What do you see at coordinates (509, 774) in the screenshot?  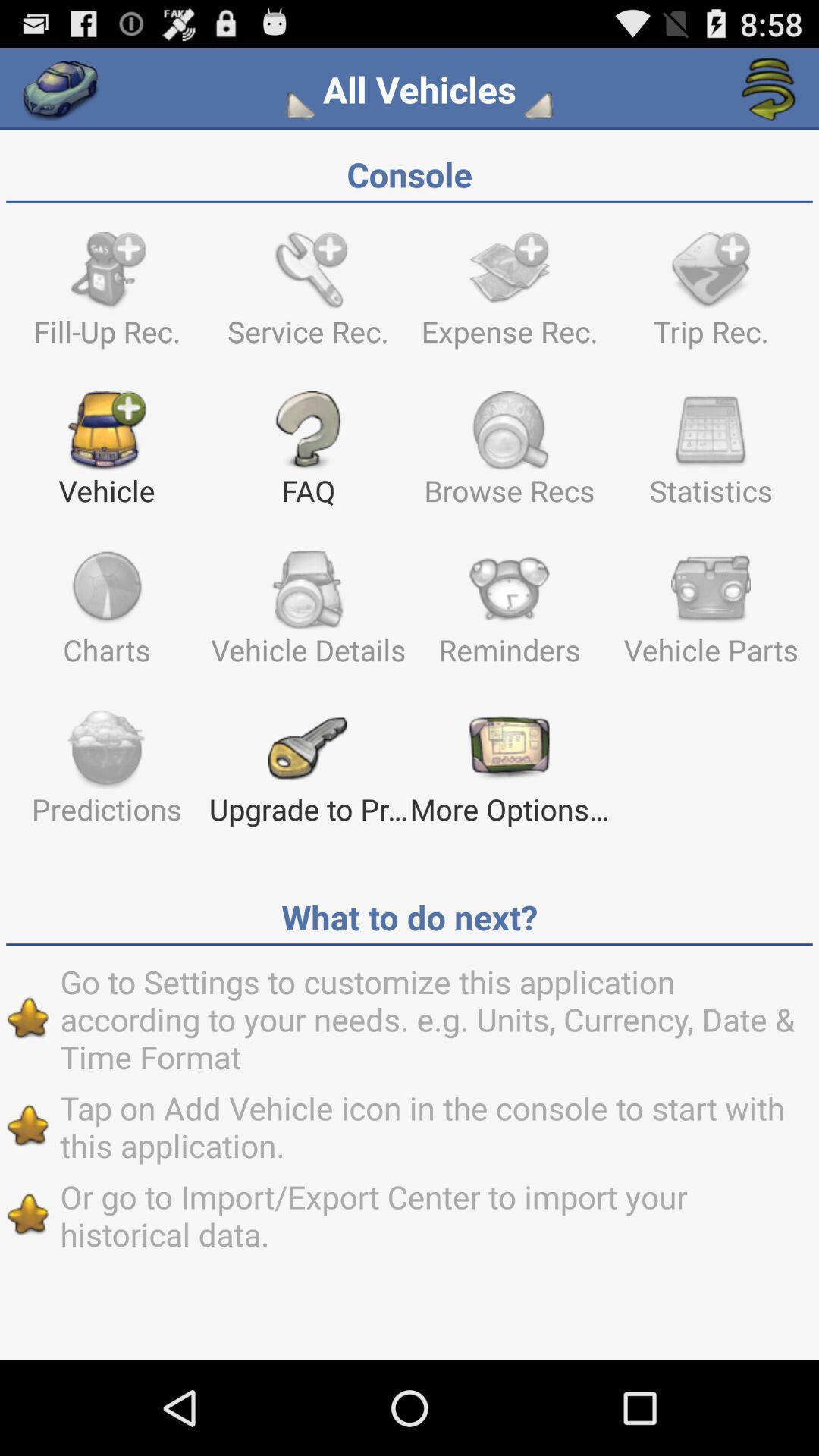 I see `the fourth row third image along with the text` at bounding box center [509, 774].